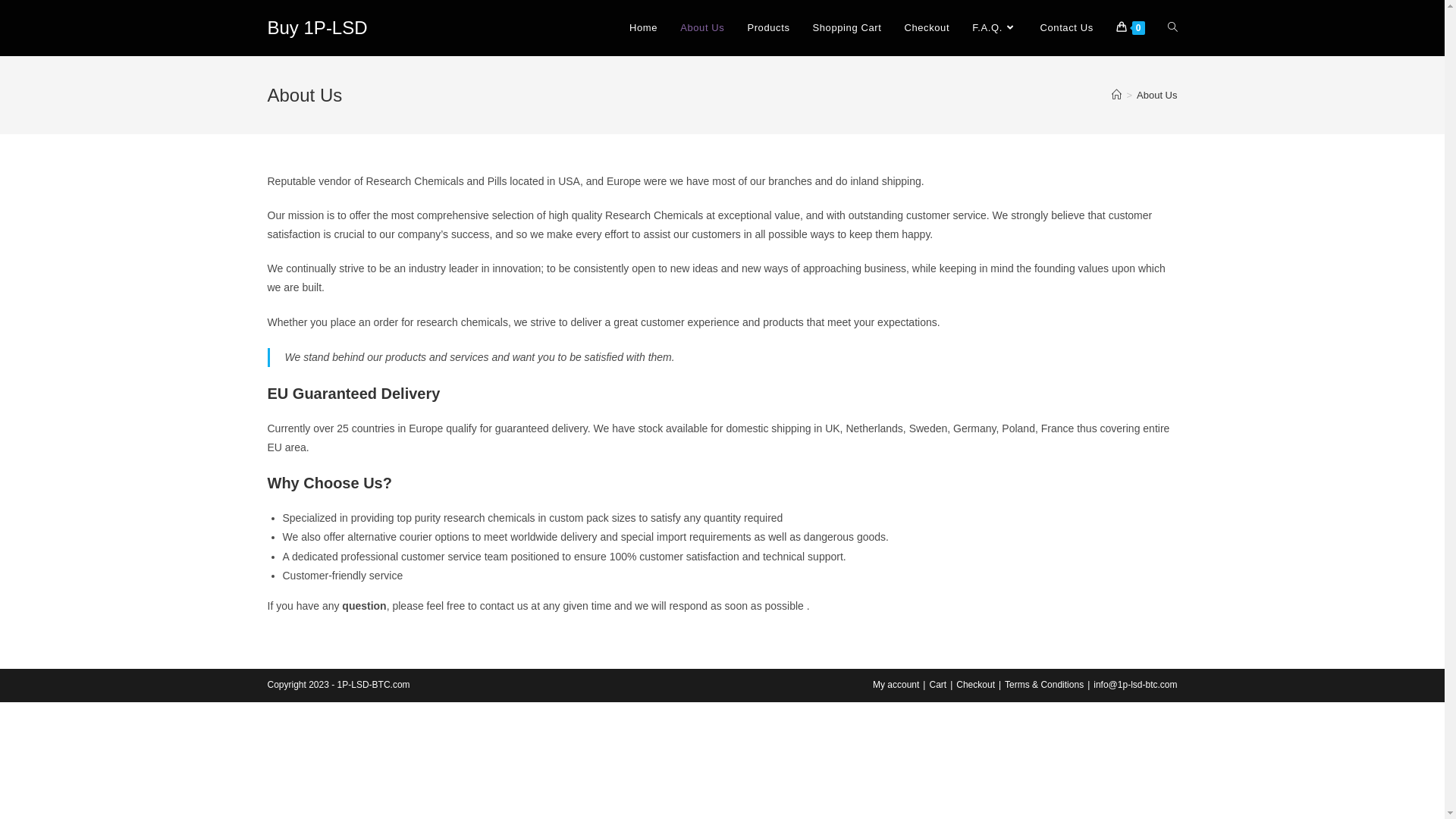 Image resolution: width=1456 pixels, height=819 pixels. What do you see at coordinates (994, 28) in the screenshot?
I see `'F.A.Q.'` at bounding box center [994, 28].